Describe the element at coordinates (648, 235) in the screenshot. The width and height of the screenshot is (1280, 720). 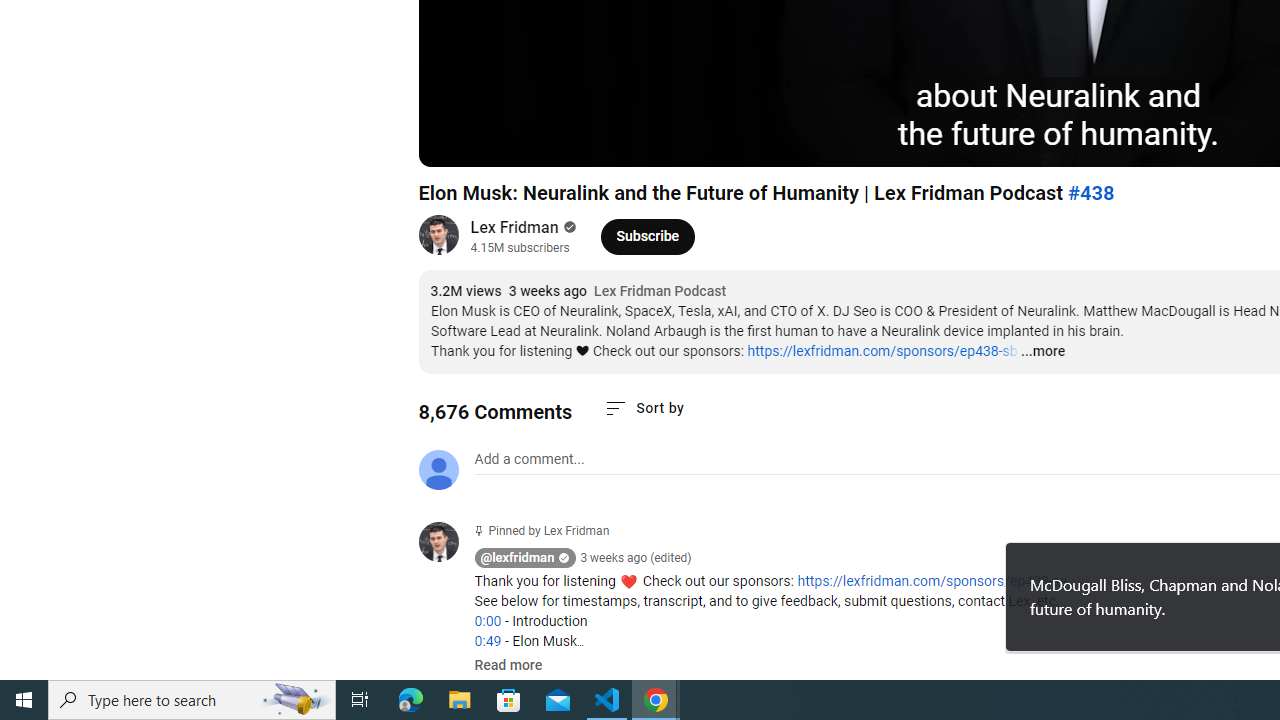
I see `'Subscribe to Lex Fridman.'` at that location.